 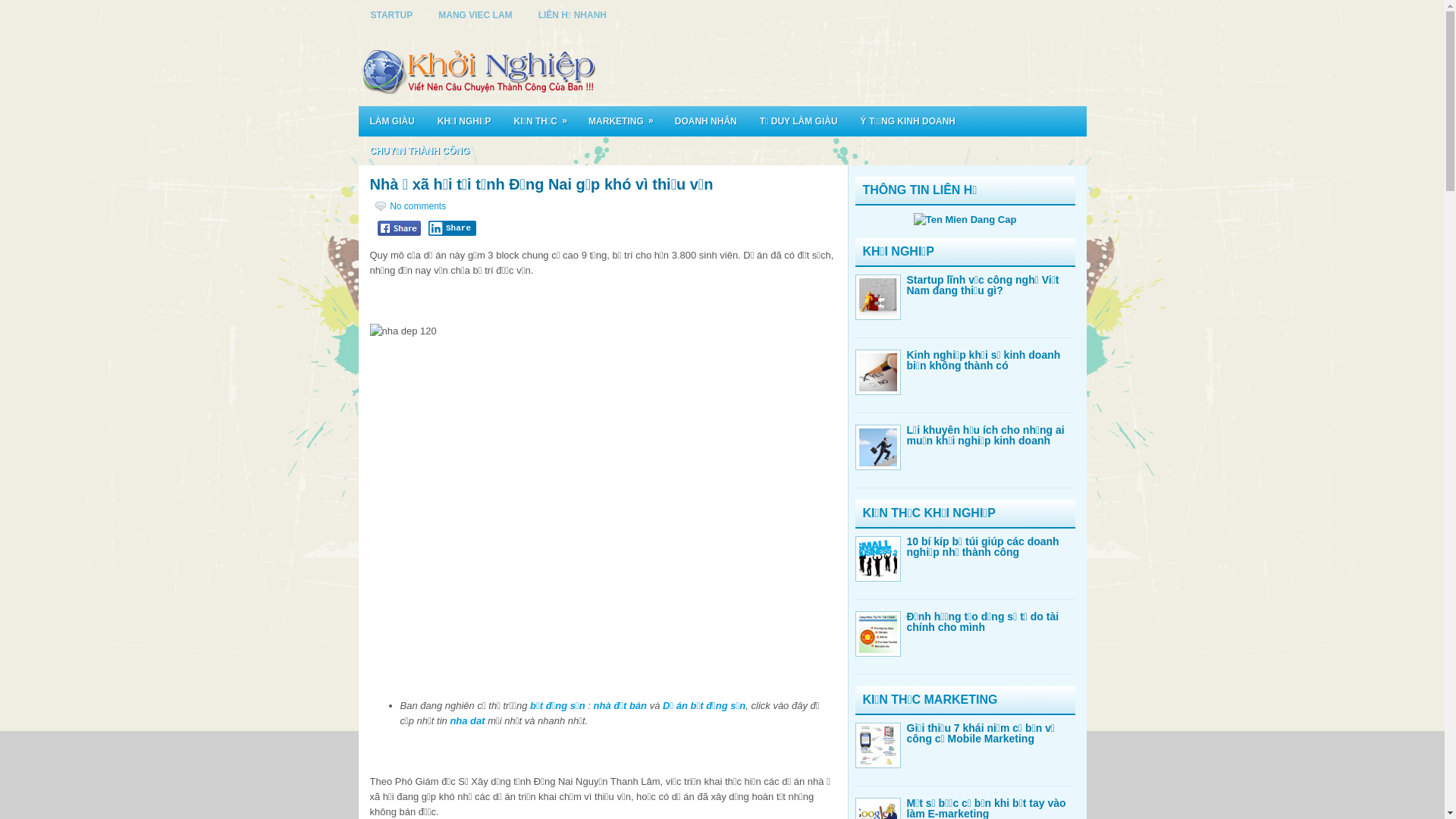 I want to click on 'Share', so click(x=450, y=227).